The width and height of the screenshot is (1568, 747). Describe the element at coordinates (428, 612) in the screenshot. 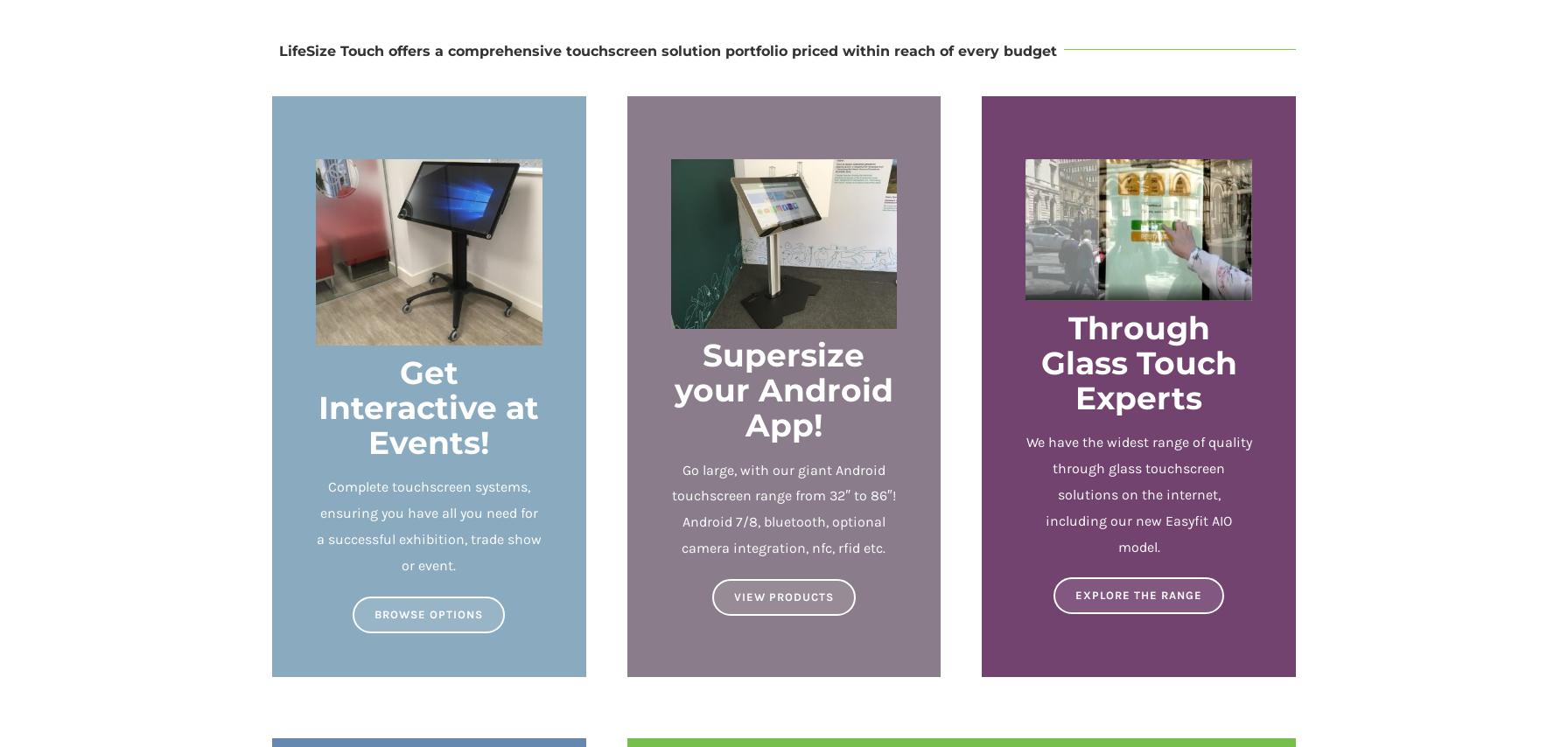

I see `'BROWSE OPTIONS'` at that location.